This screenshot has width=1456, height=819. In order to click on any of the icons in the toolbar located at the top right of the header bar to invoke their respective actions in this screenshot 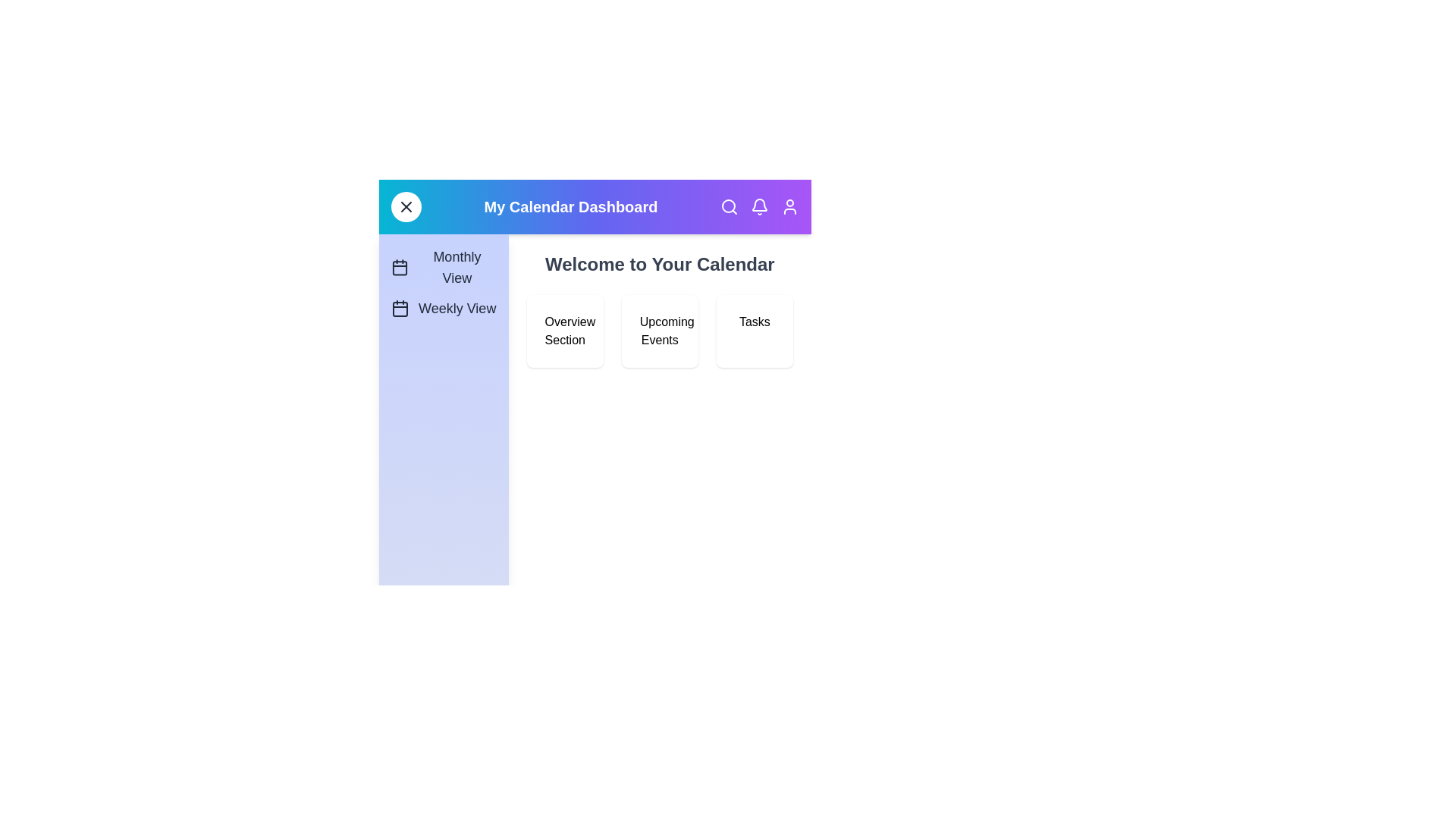, I will do `click(760, 207)`.